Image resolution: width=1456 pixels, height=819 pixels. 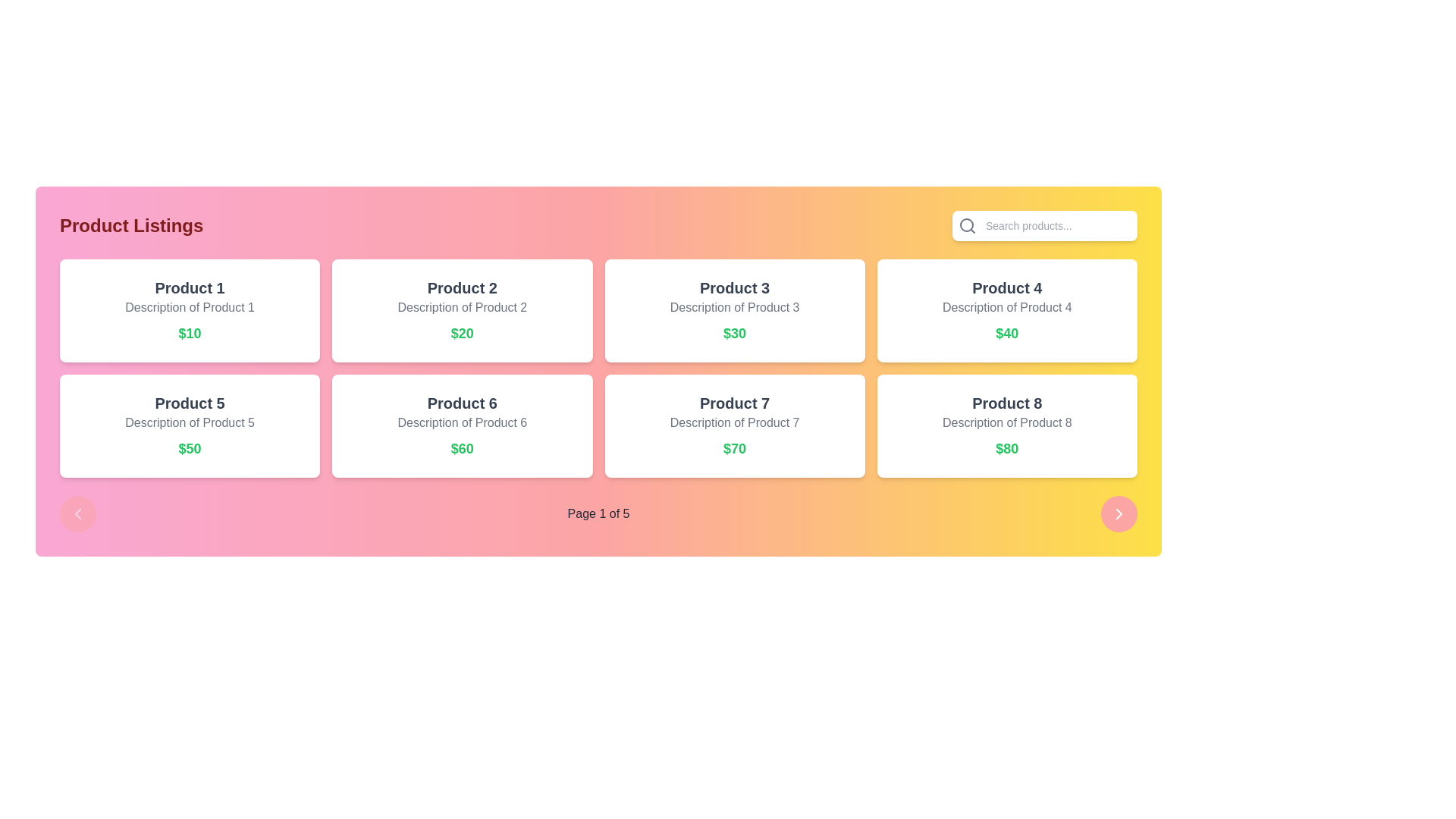 What do you see at coordinates (735, 426) in the screenshot?
I see `the product display card` at bounding box center [735, 426].